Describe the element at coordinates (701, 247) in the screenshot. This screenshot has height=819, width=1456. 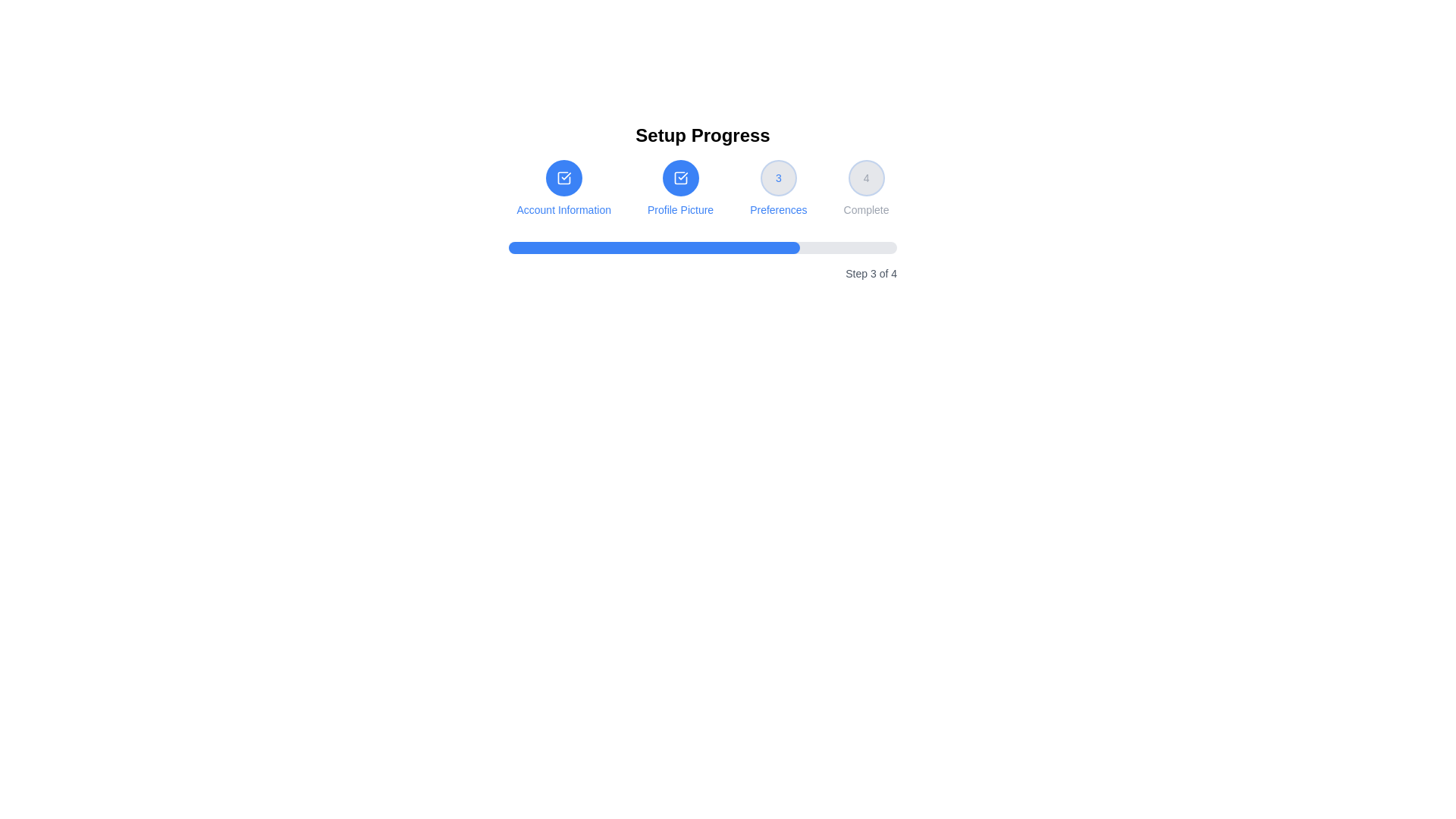
I see `the Progress bar that visually communicates progress, positioned centrally below 'Setup Progress' and adjacent to 'Step 3 of 4'` at that location.